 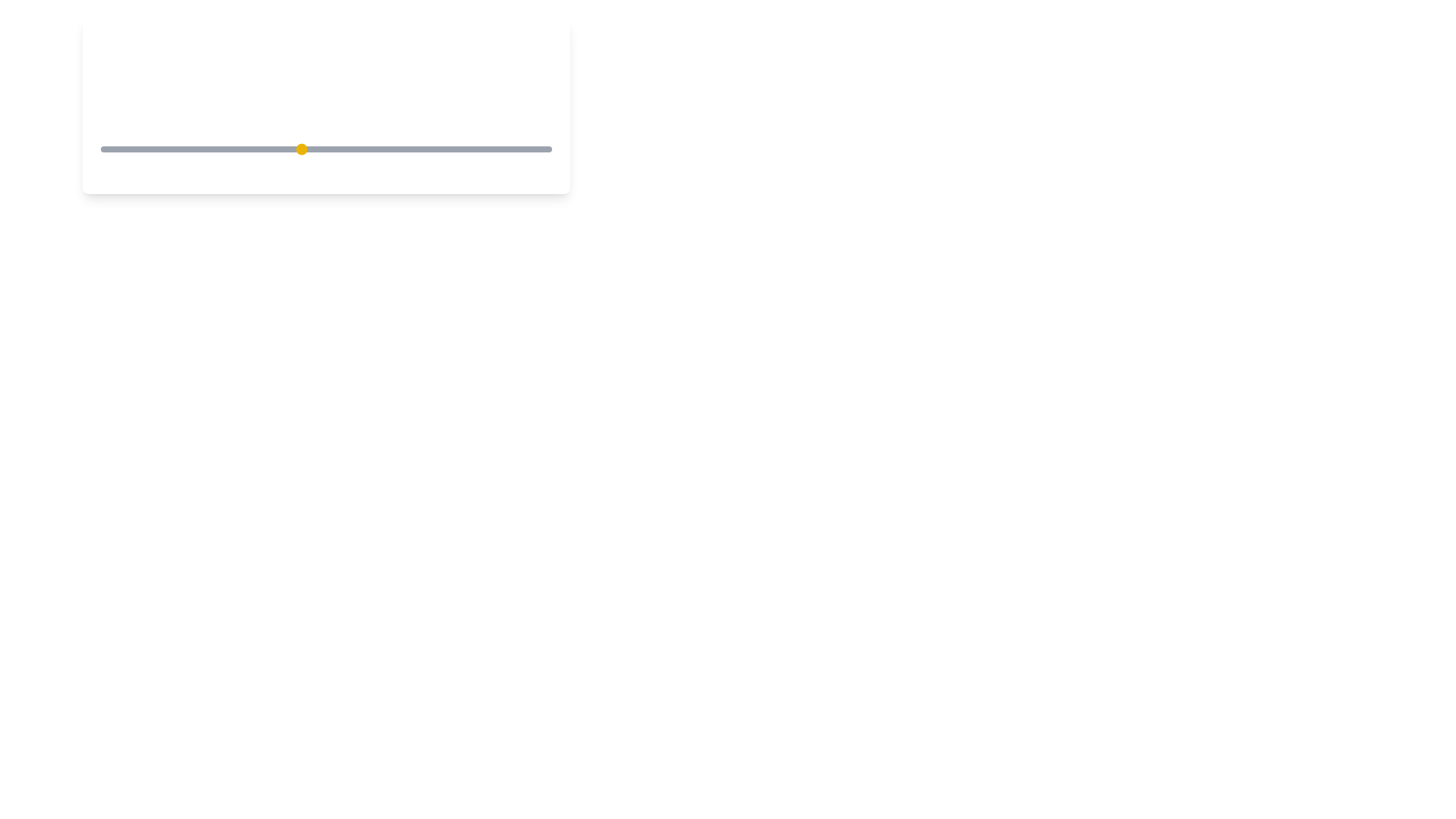 I want to click on the coffee strength to 1 by moving the slider, so click(x=100, y=149).